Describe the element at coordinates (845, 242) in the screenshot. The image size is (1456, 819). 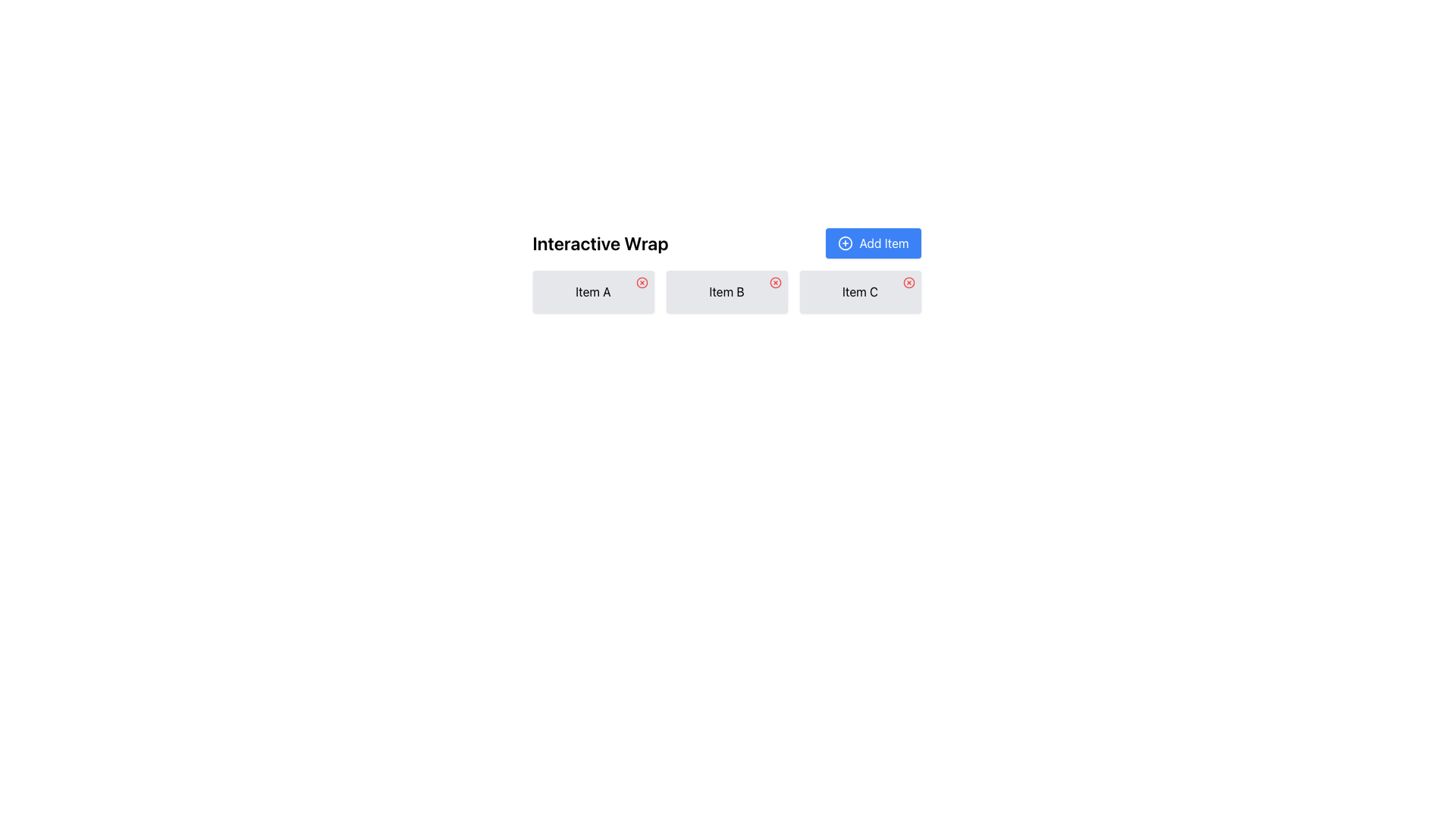
I see `the SVG circle that visually indicates the function of the 'Add Item' button, which is used` at that location.